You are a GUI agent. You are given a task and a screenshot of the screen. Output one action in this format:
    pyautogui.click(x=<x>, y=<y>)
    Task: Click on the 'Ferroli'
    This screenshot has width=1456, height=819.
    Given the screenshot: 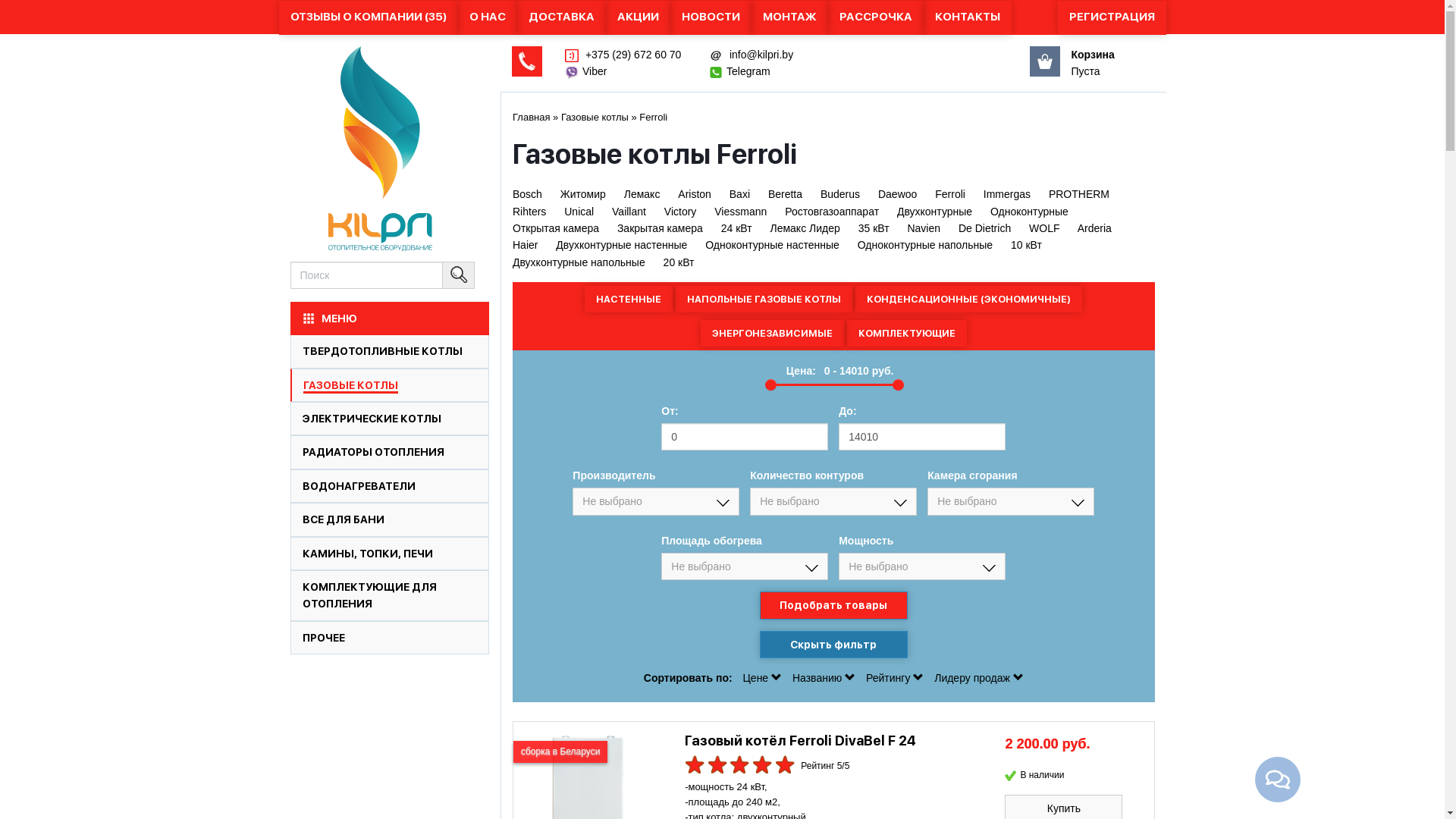 What is the action you would take?
    pyautogui.click(x=949, y=193)
    